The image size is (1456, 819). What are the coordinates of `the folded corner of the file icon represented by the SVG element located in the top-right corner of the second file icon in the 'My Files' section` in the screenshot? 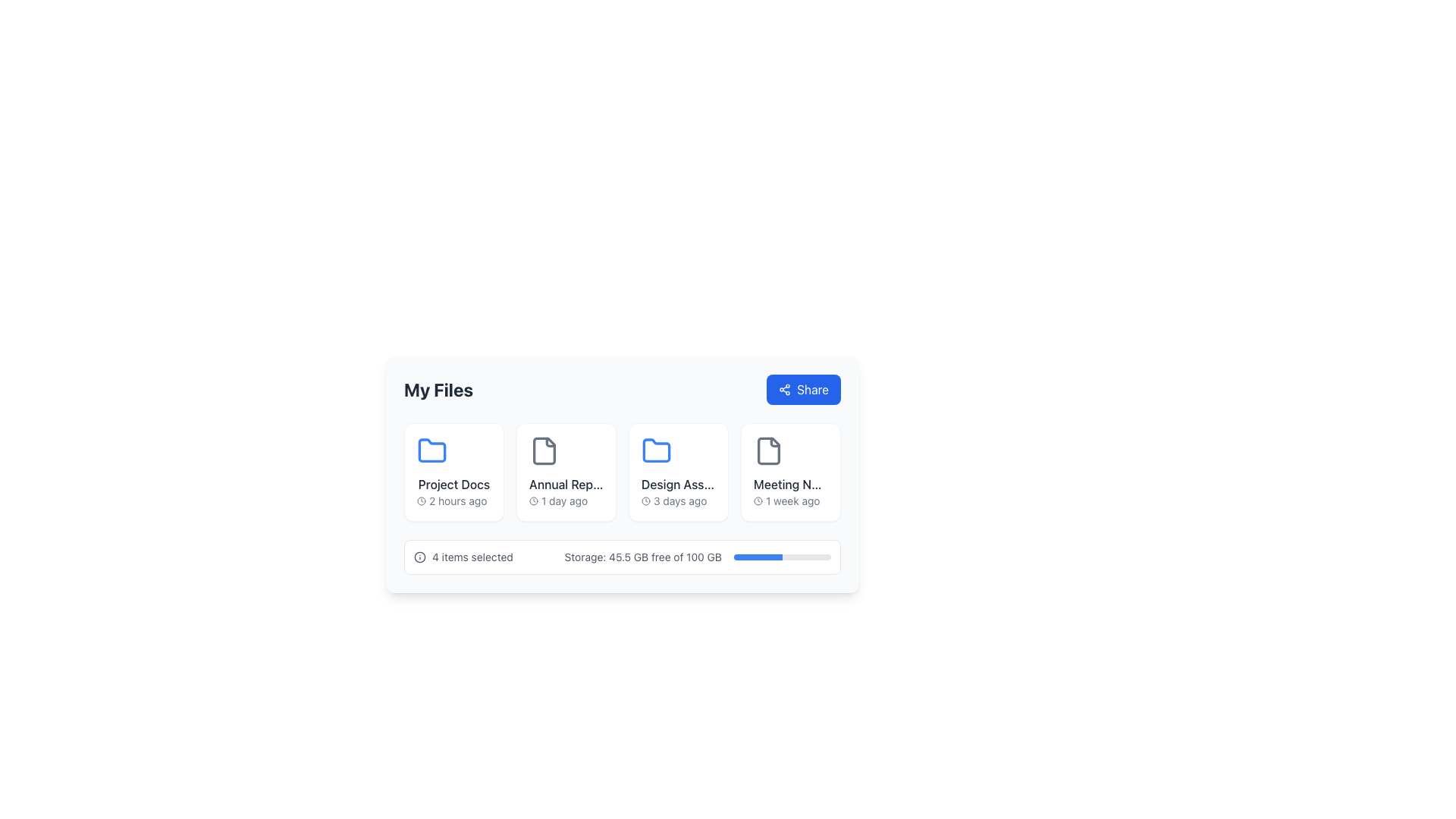 It's located at (550, 442).